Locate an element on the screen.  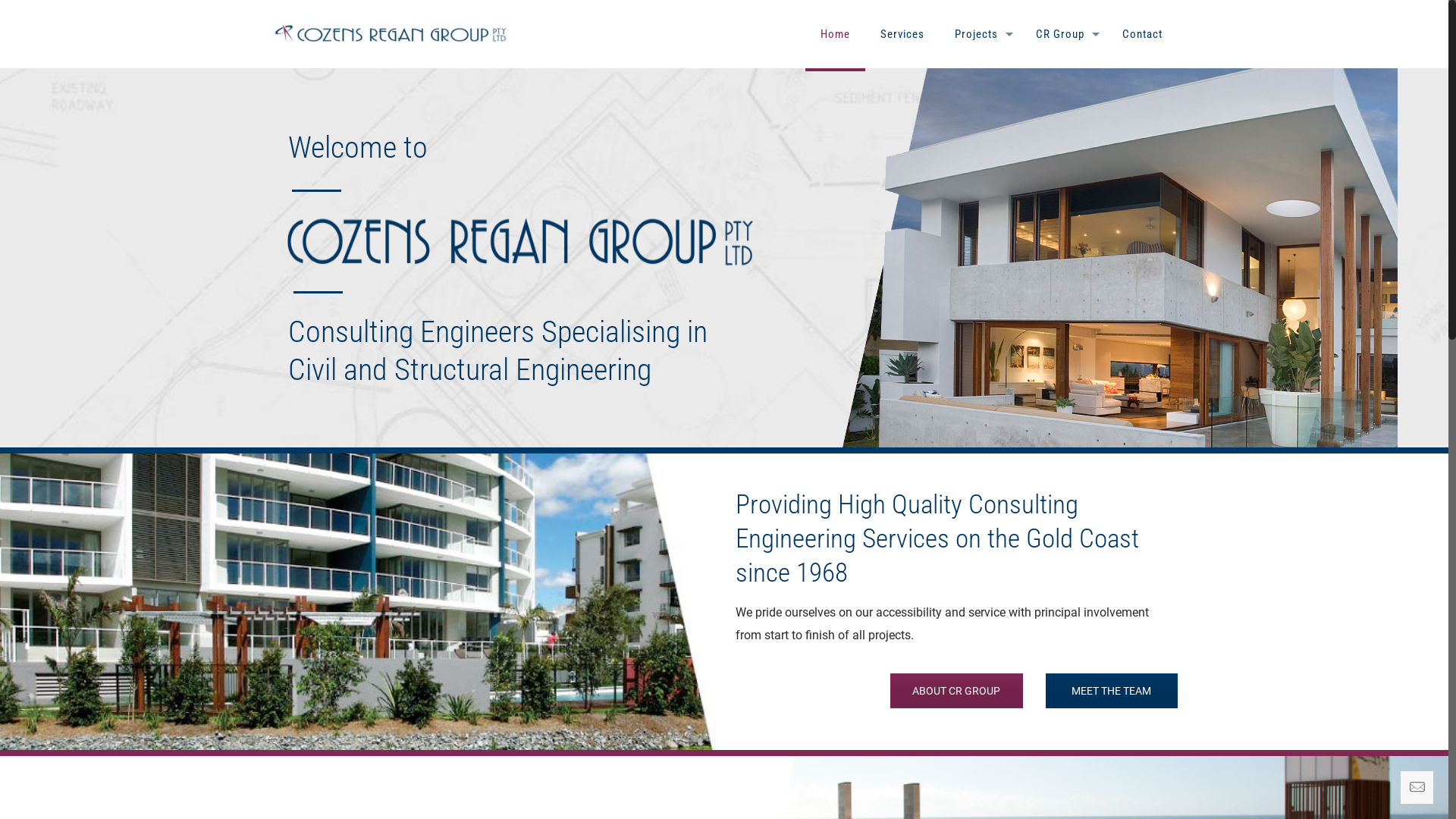
'Projects' is located at coordinates (980, 34).